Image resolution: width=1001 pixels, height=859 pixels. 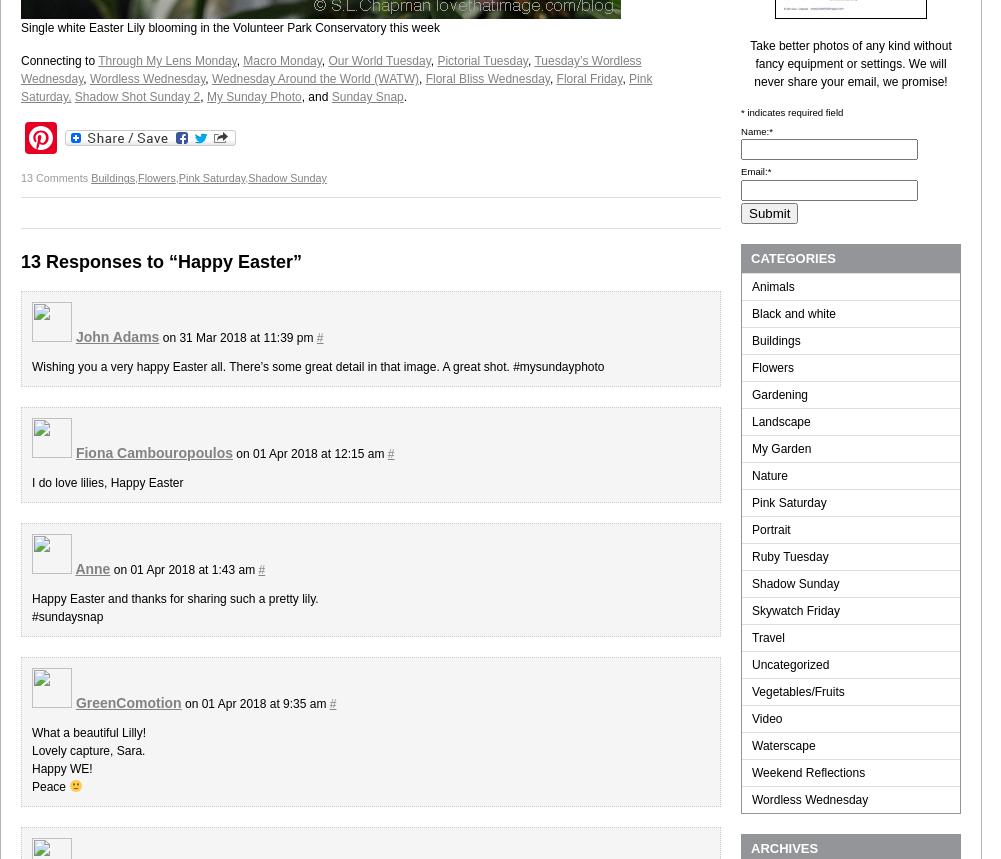 I want to click on 'Pictorial Tuesday', so click(x=437, y=59).